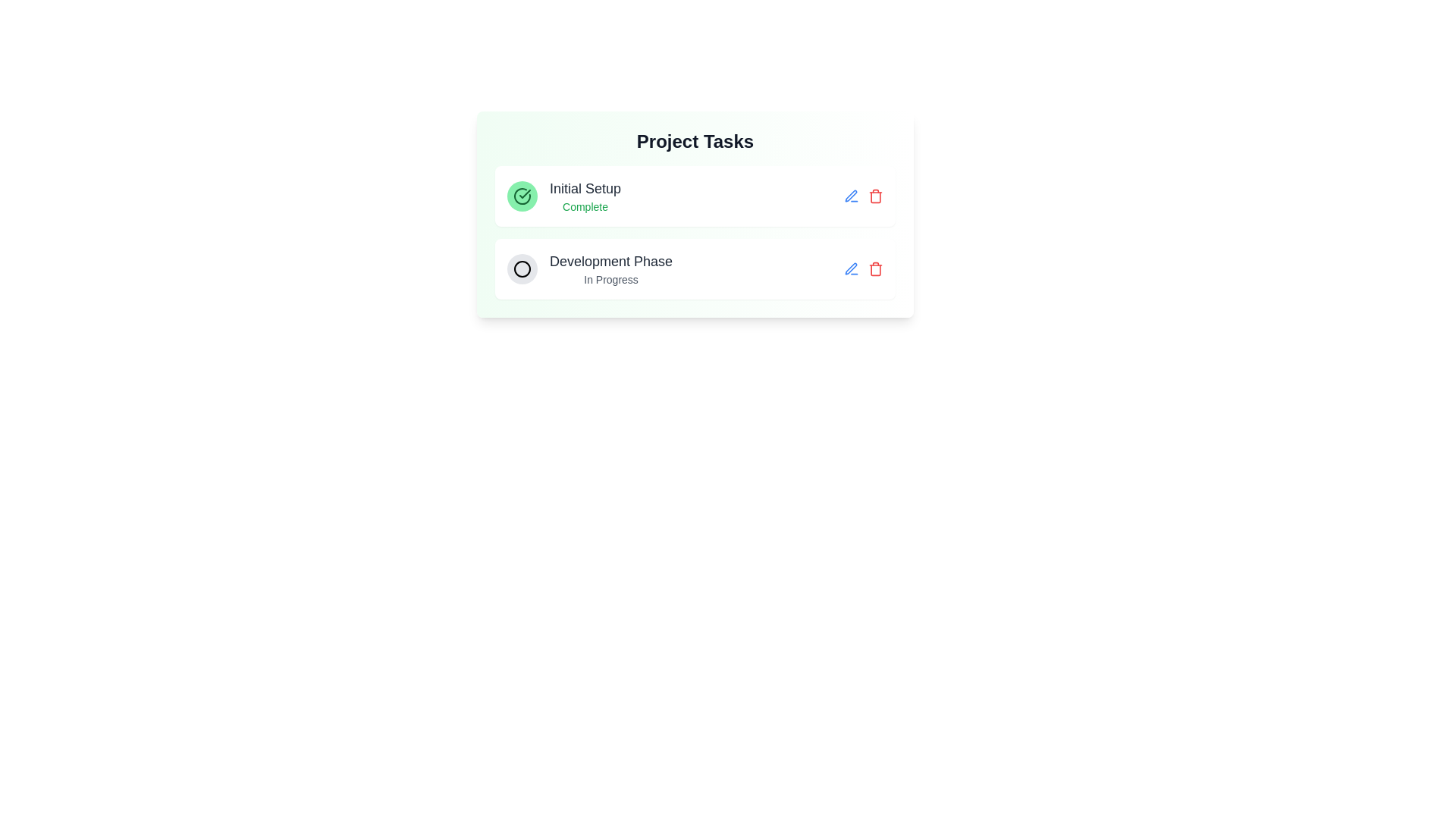  Describe the element at coordinates (585, 188) in the screenshot. I see `the 'Initial Setup' text label, which is styled in bold dark gray and located in the first row of a vertically arranged task list, to the right of a green circular checkmark icon` at that location.